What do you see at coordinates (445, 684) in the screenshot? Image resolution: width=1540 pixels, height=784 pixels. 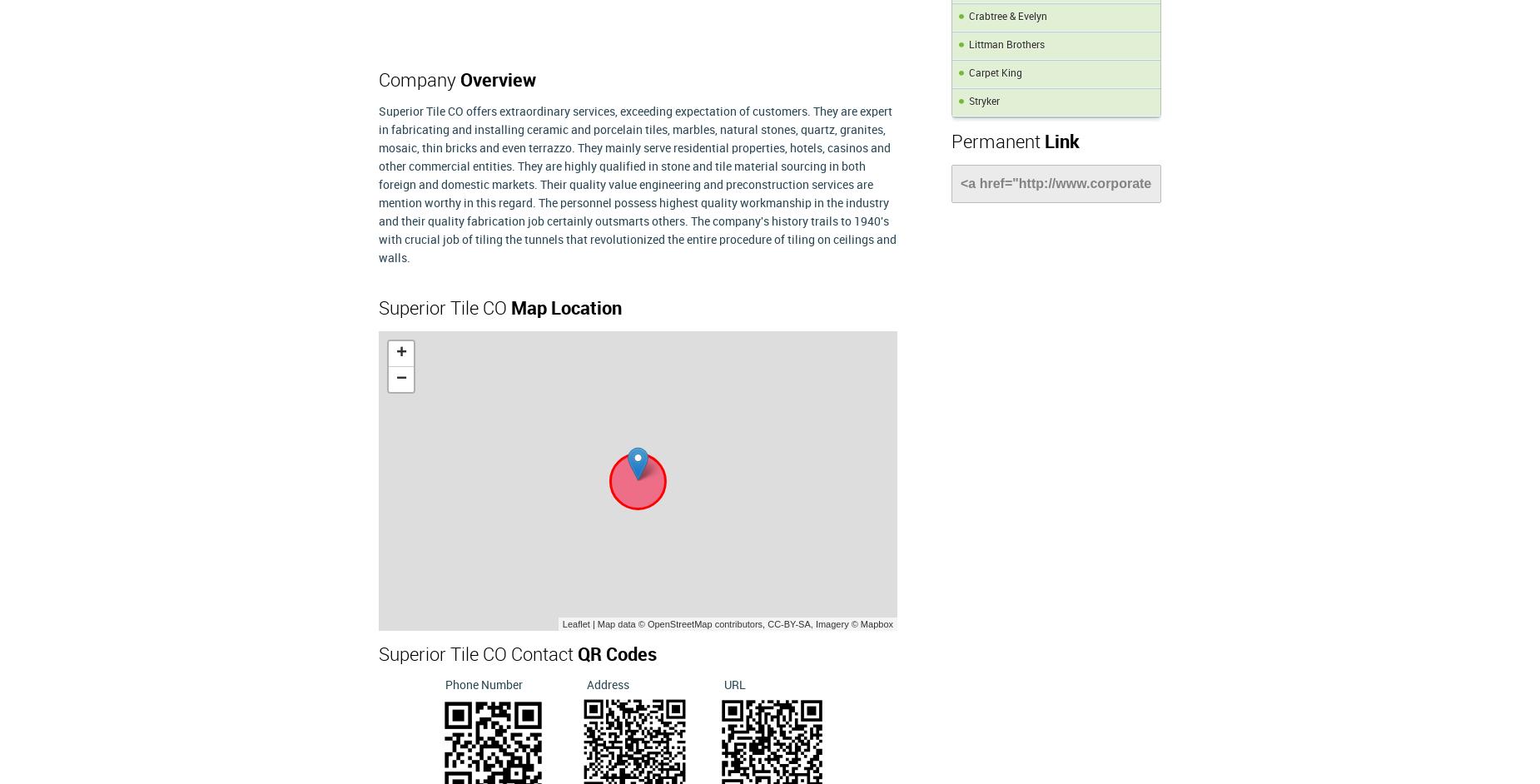 I see `'Phone Number'` at bounding box center [445, 684].